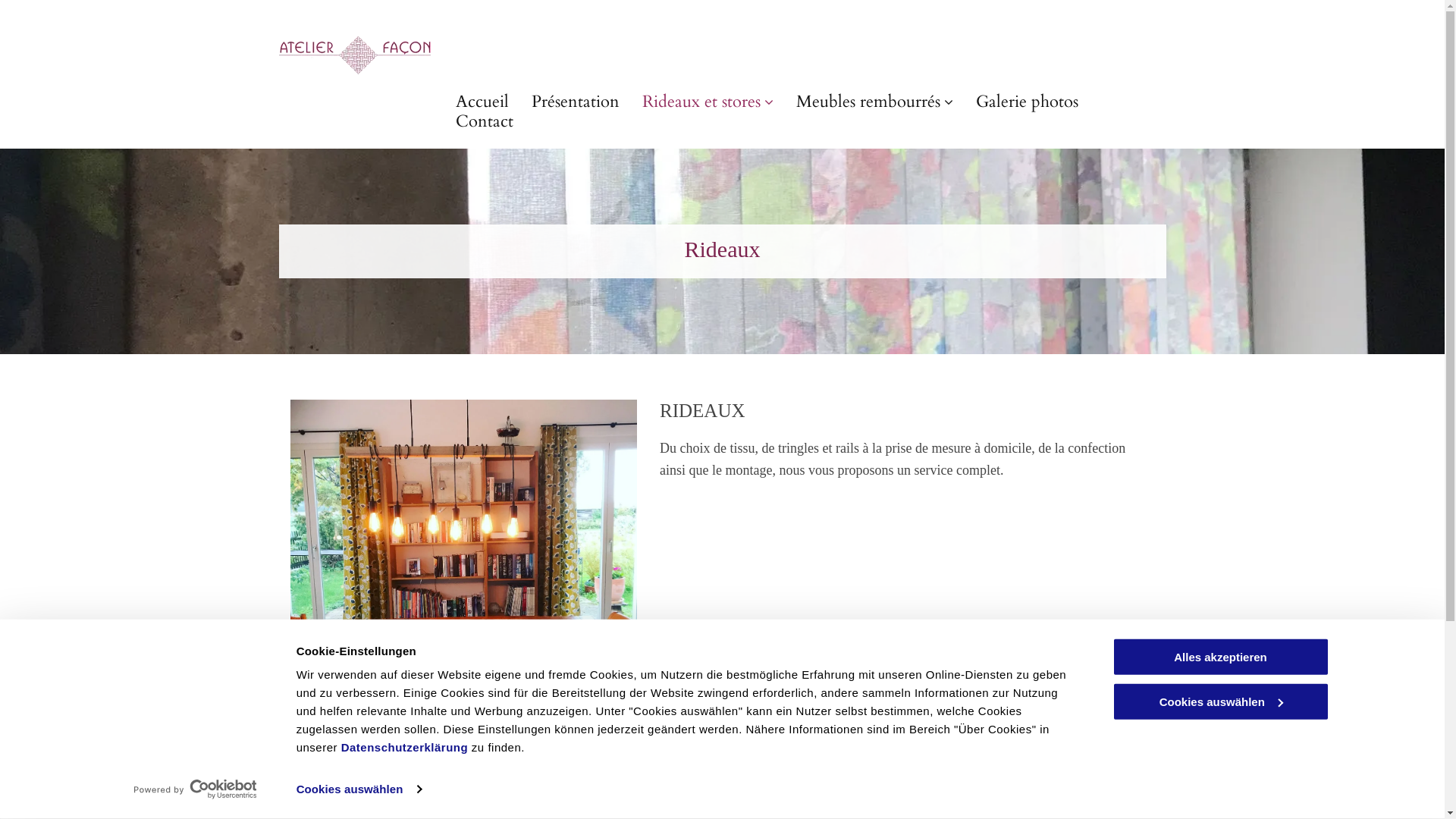  What do you see at coordinates (482, 102) in the screenshot?
I see `'Accueil'` at bounding box center [482, 102].